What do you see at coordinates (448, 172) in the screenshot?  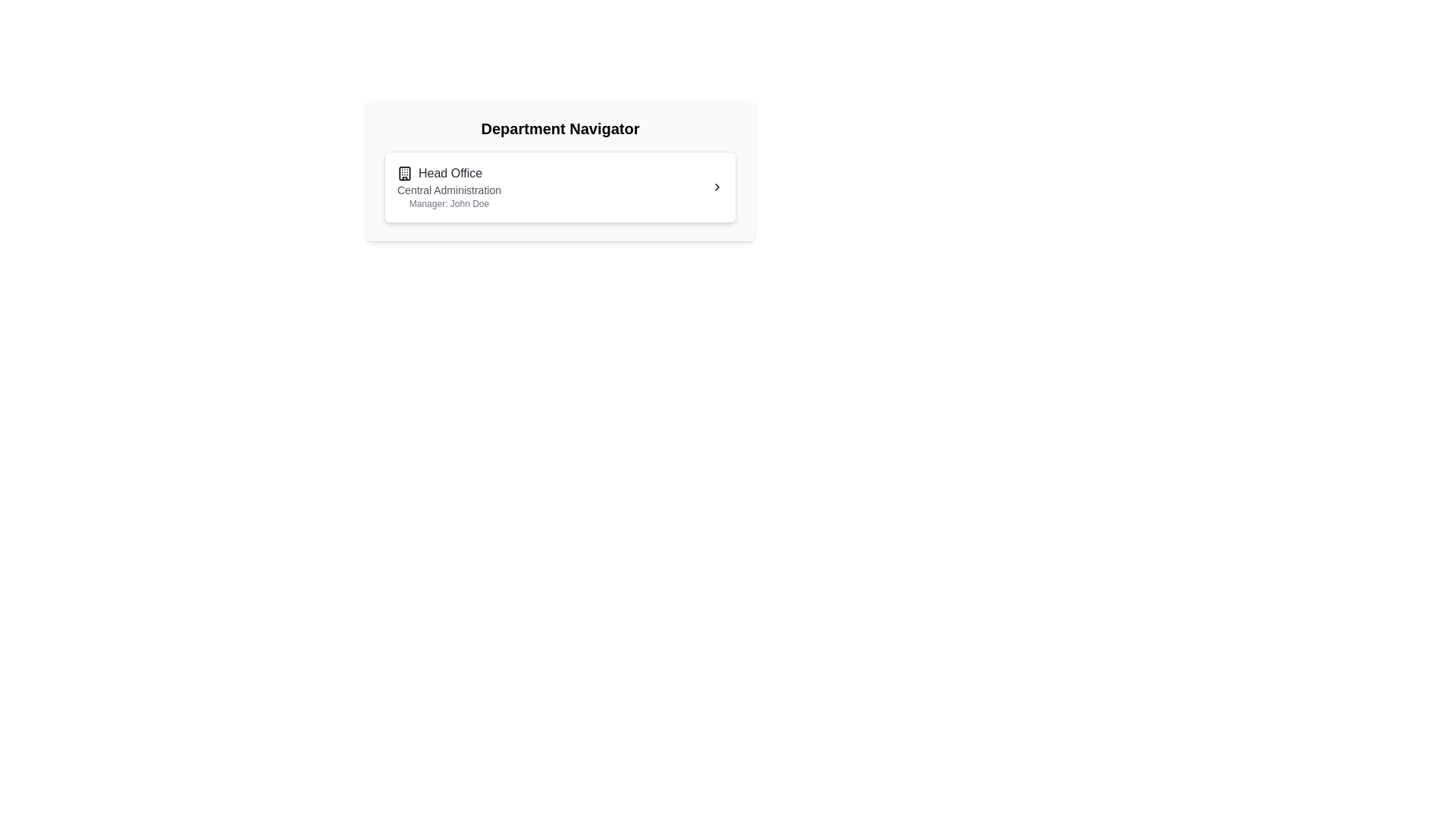 I see `the 'Head Office' text with the small building icon on the left, located within the title section of the white card in the Department Navigator interface` at bounding box center [448, 172].